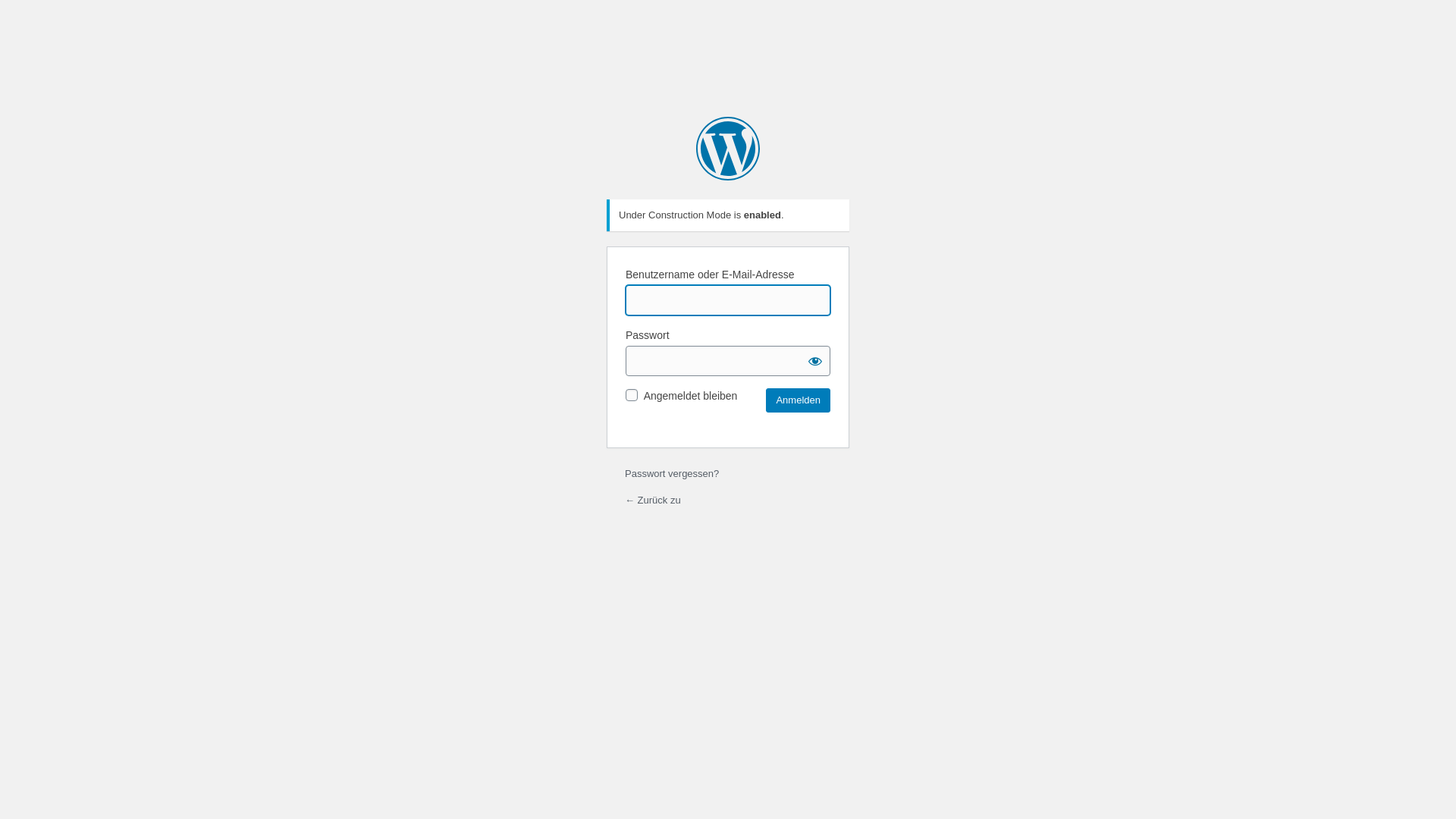 The width and height of the screenshot is (1456, 819). What do you see at coordinates (671, 472) in the screenshot?
I see `'Passwort vergessen?'` at bounding box center [671, 472].